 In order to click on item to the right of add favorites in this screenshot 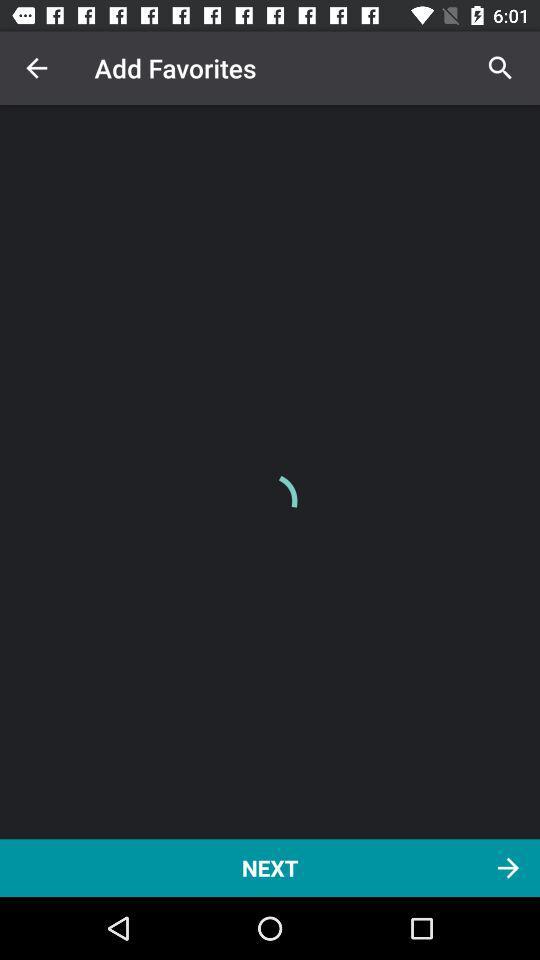, I will do `click(499, 68)`.